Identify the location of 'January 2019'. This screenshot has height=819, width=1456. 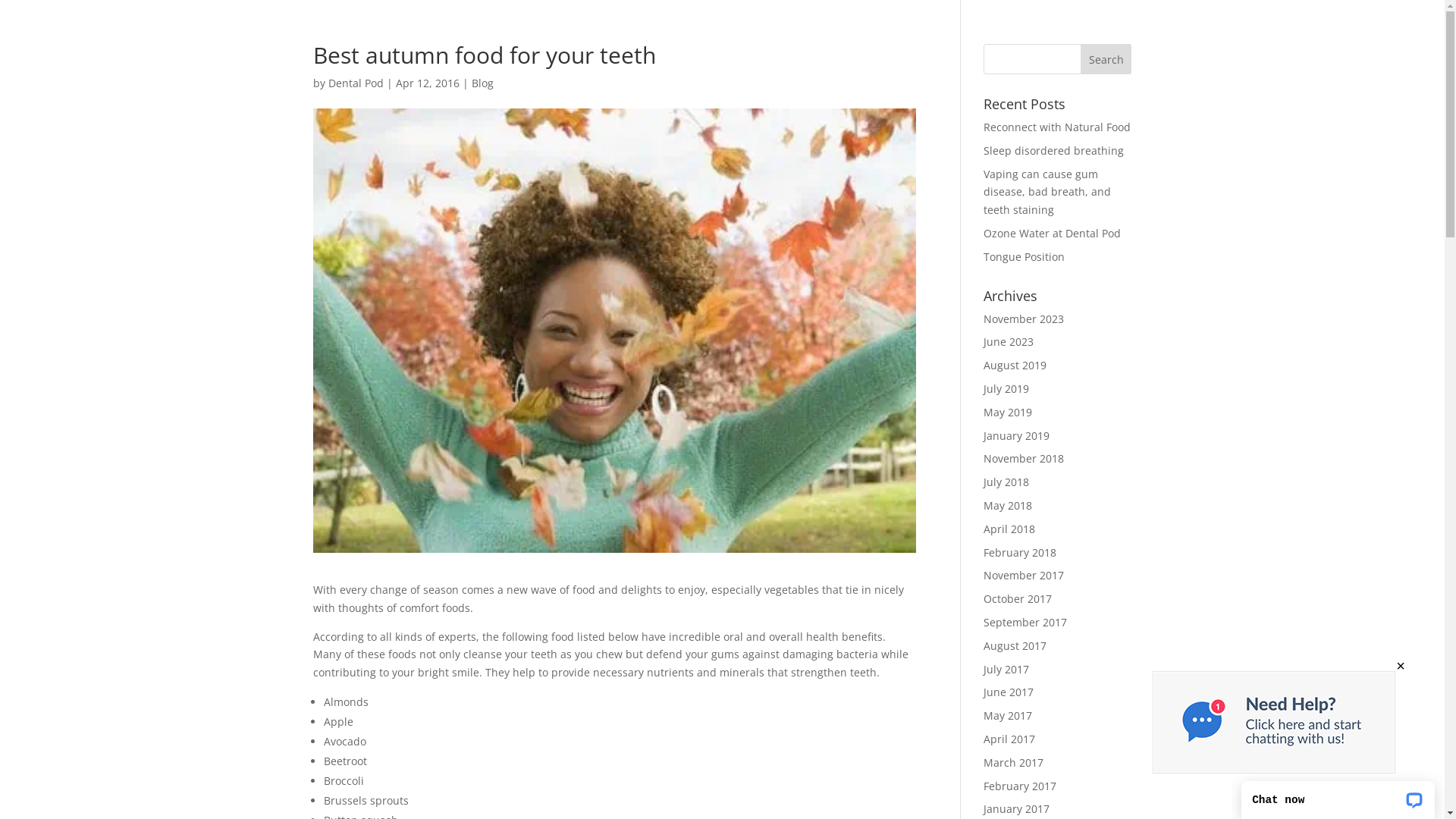
(1016, 435).